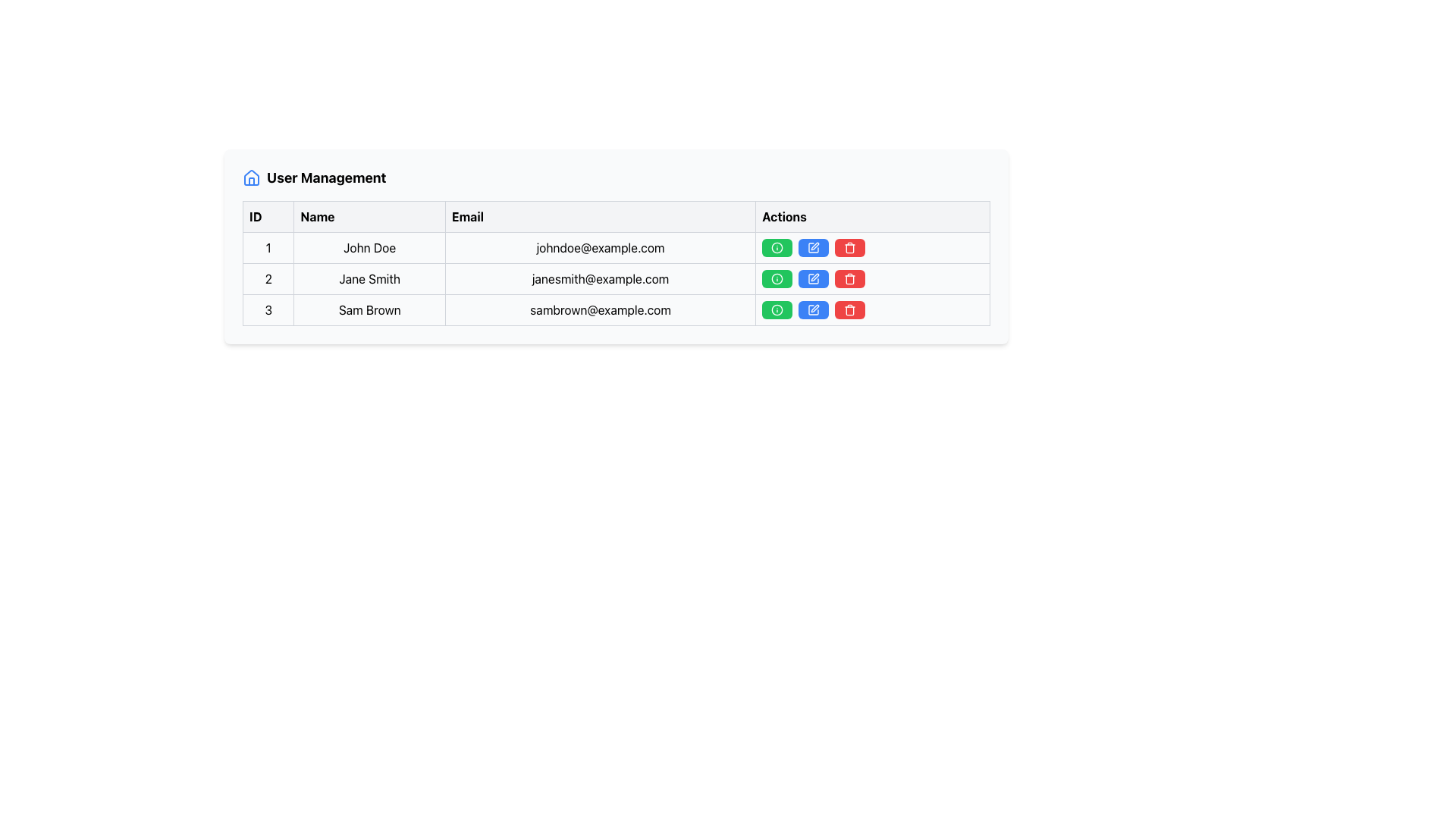  Describe the element at coordinates (813, 309) in the screenshot. I see `the graphical icon resembling a square in the 'Actions' column for Jane Smith in the user management table` at that location.